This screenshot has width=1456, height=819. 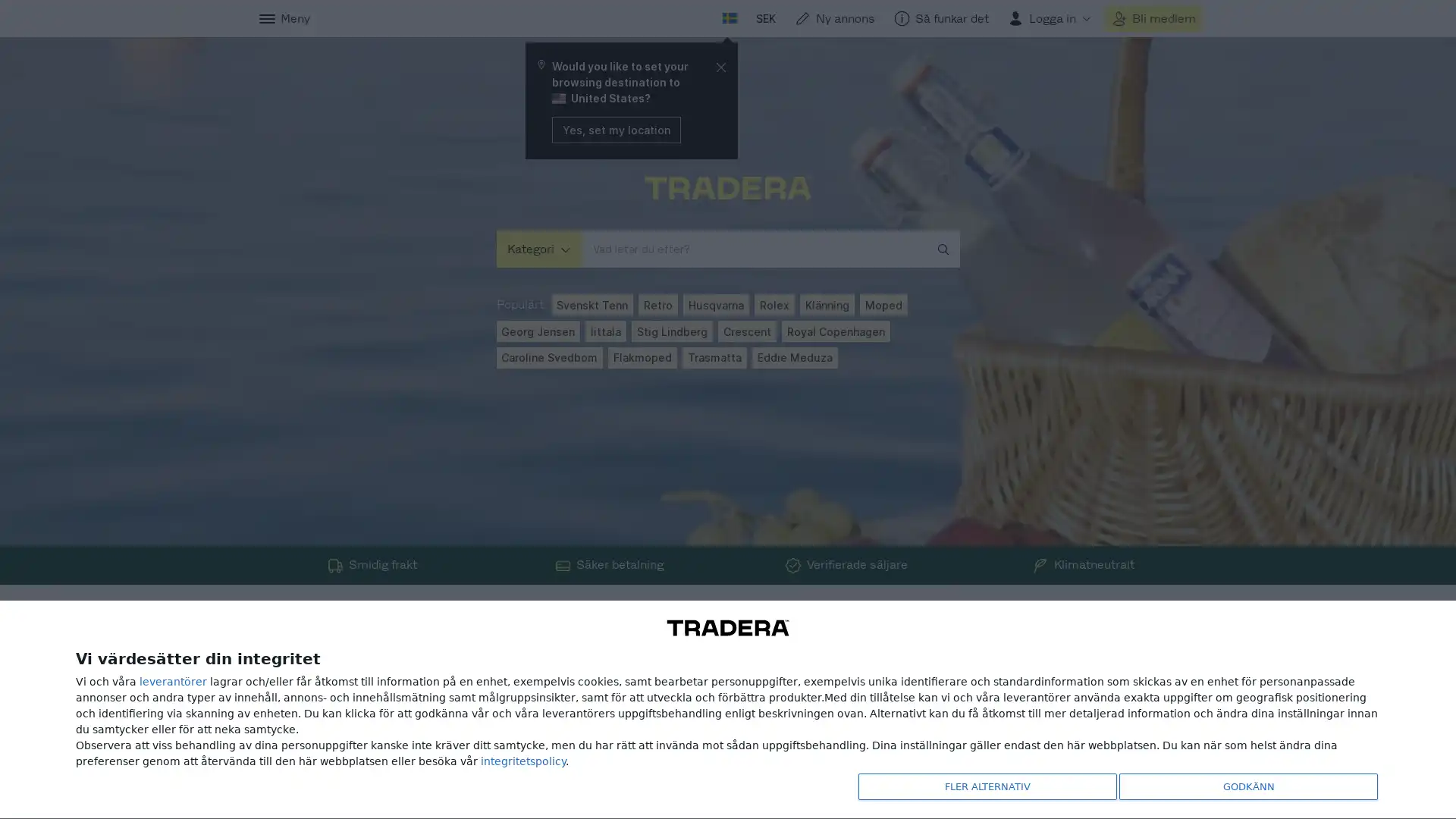 I want to click on Yes, set my location, so click(x=615, y=128).